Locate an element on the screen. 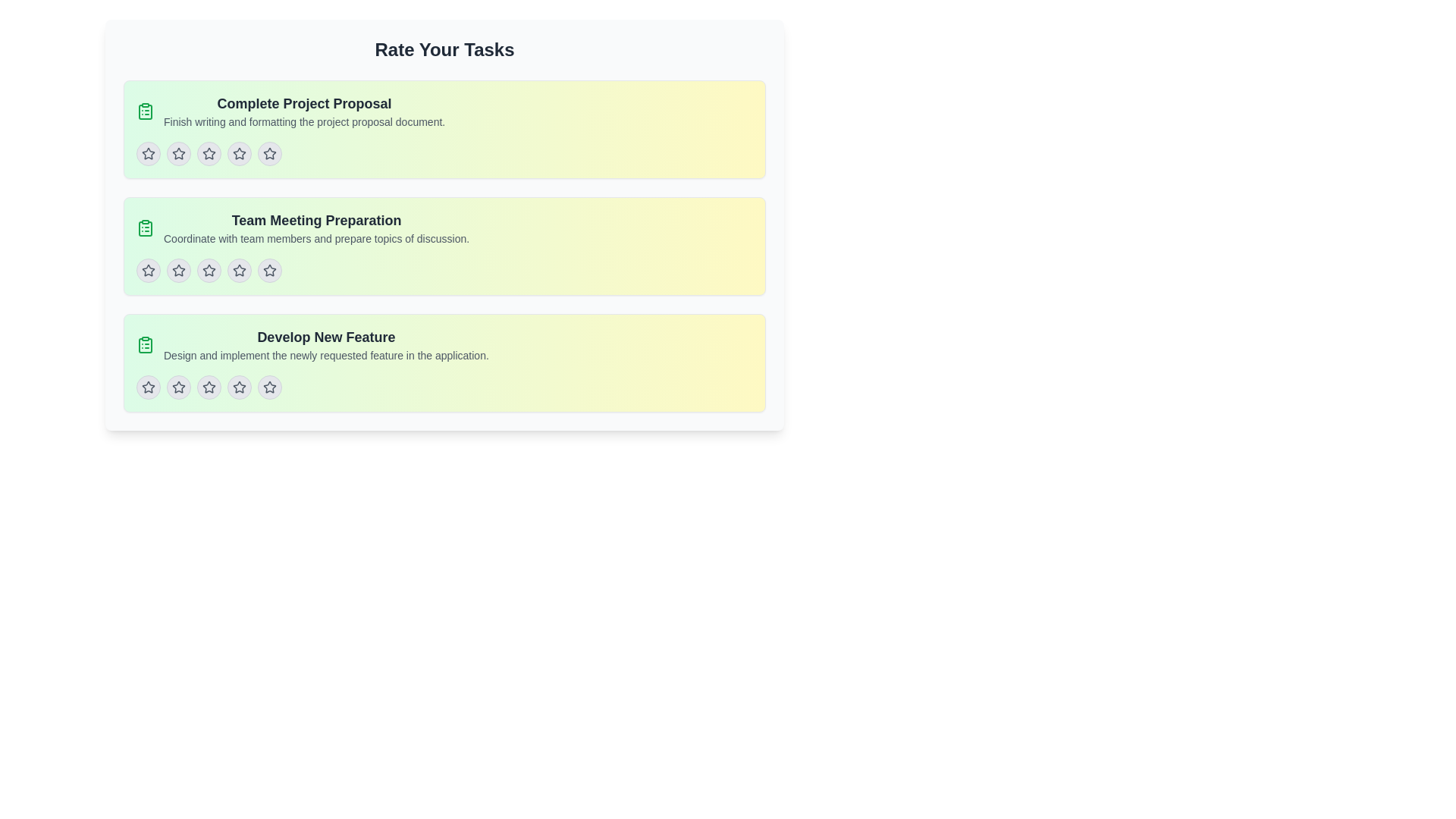 The width and height of the screenshot is (1456, 819). clipboard icon located adjacent to the task description for 'Develop New Feature' in the third task box is located at coordinates (146, 345).